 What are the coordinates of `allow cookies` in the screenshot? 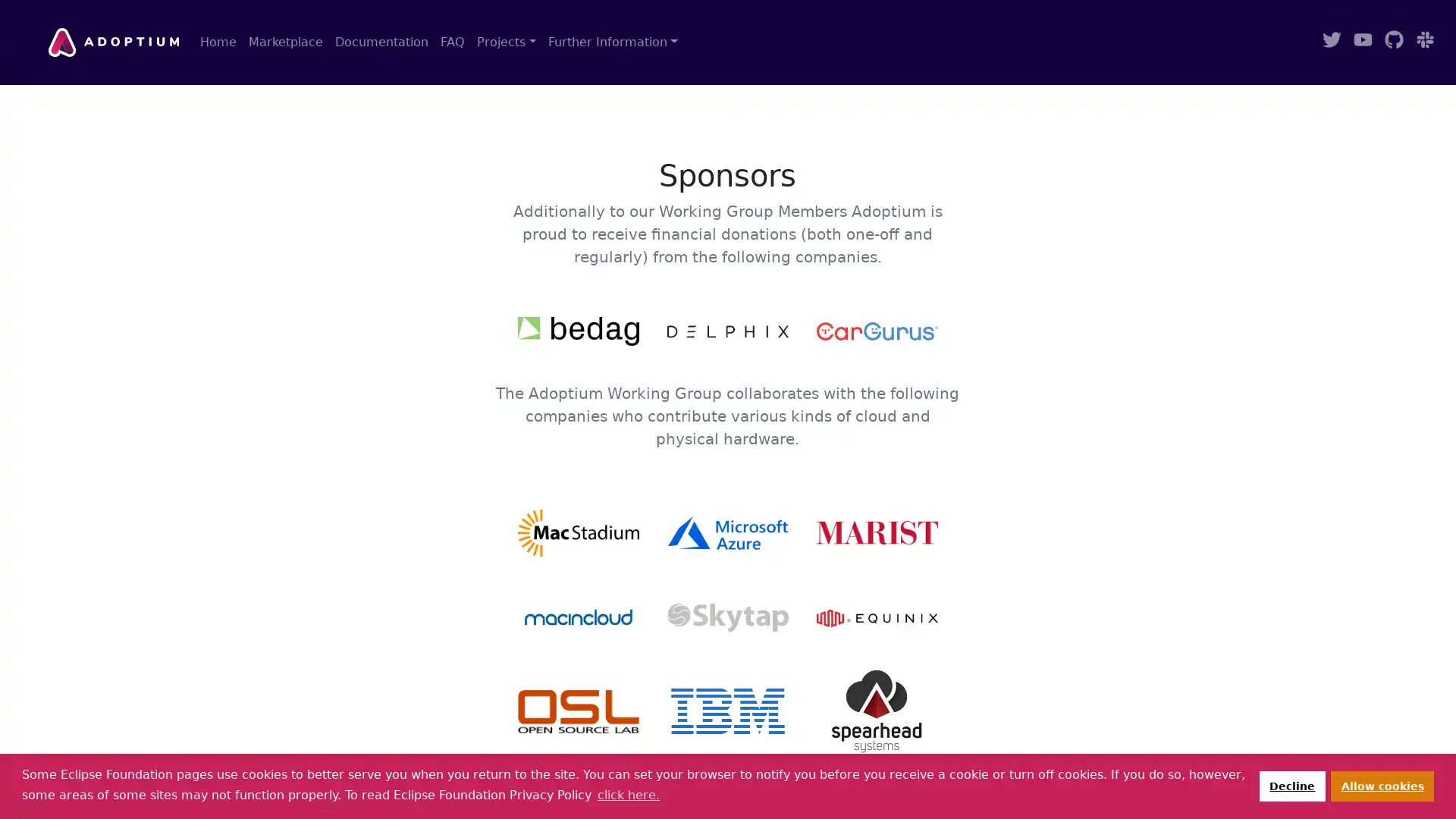 It's located at (1382, 785).